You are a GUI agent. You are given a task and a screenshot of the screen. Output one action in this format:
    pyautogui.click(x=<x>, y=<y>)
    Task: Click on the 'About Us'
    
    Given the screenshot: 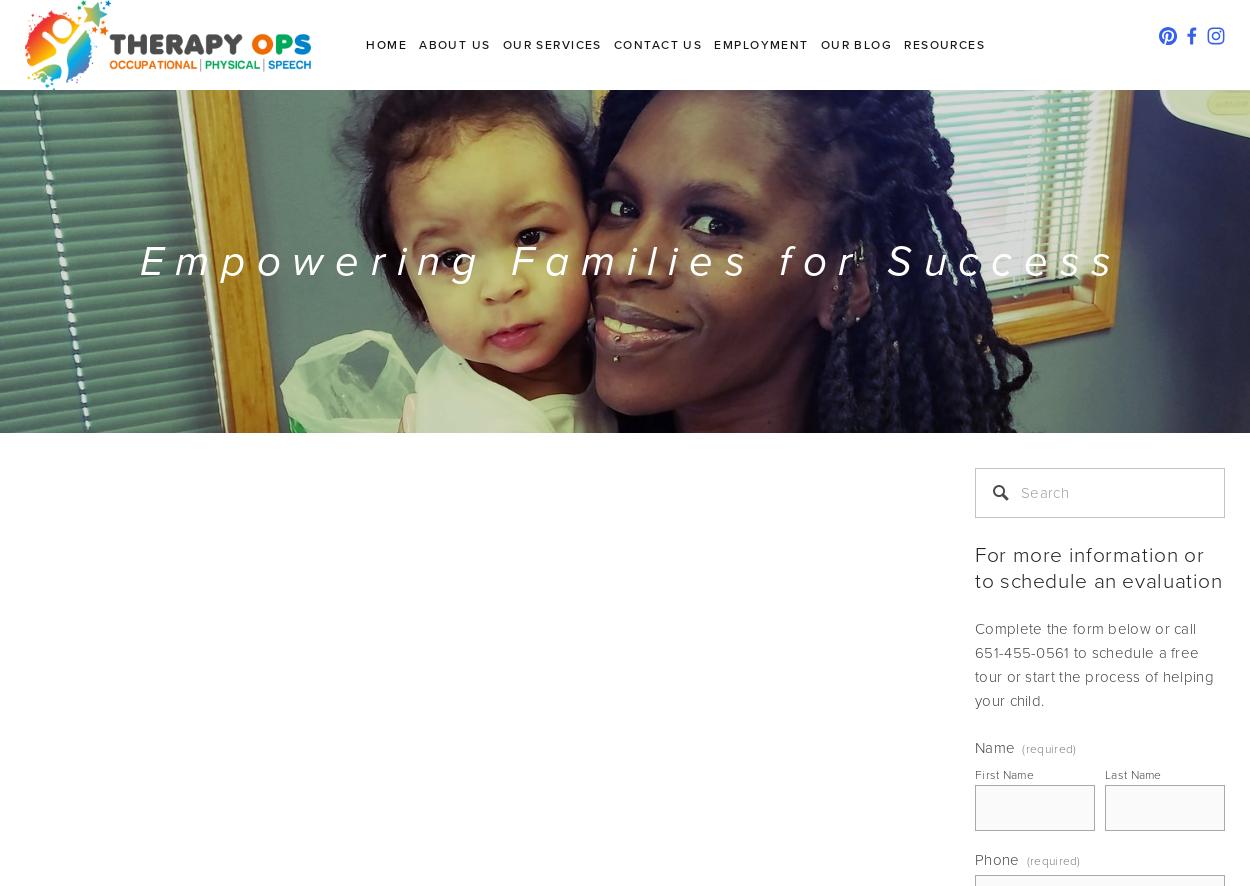 What is the action you would take?
    pyautogui.click(x=453, y=44)
    